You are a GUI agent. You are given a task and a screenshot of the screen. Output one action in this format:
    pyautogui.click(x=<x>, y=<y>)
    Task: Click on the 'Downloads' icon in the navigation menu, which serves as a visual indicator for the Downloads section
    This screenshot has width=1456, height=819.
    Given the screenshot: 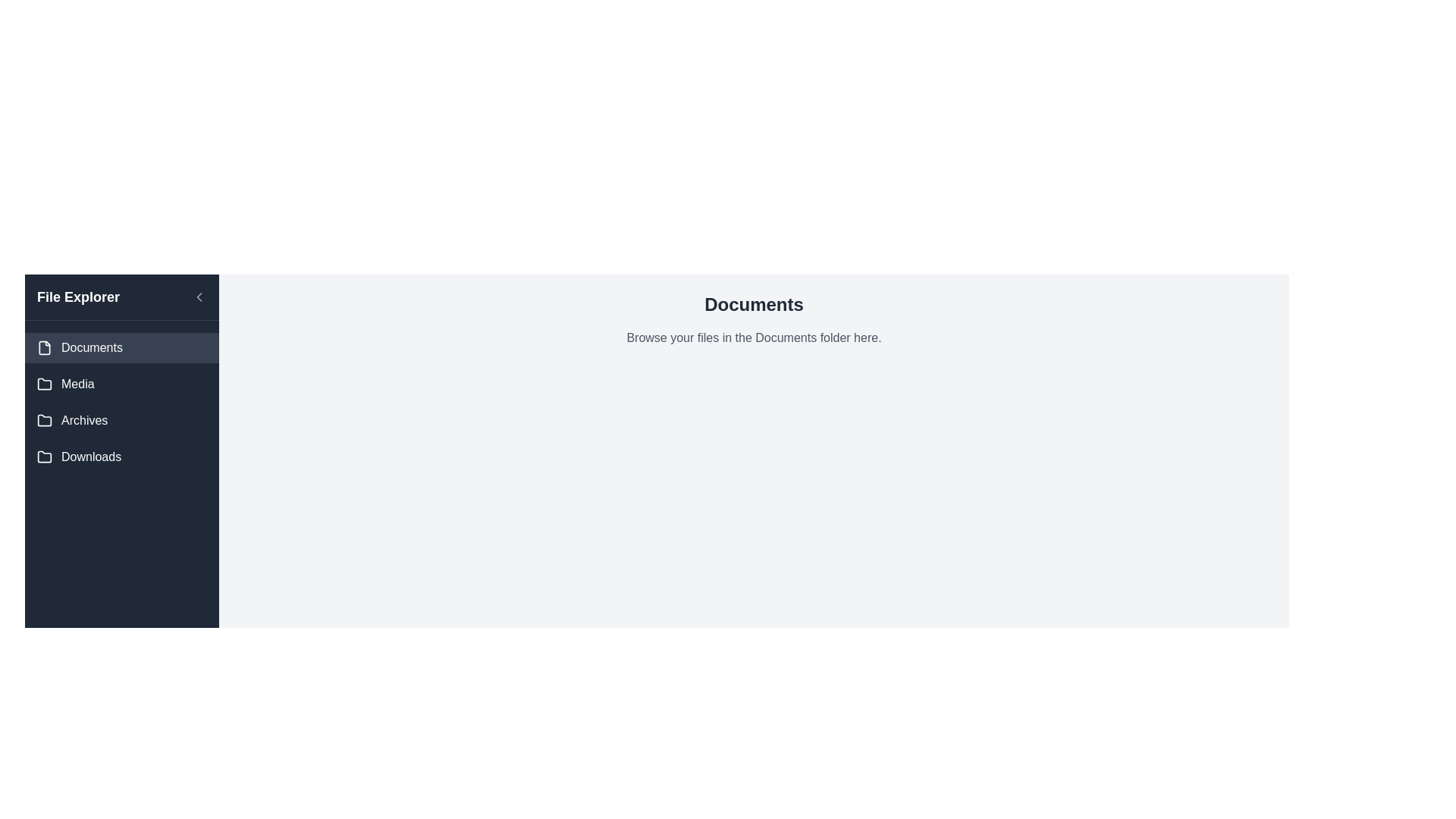 What is the action you would take?
    pyautogui.click(x=44, y=456)
    